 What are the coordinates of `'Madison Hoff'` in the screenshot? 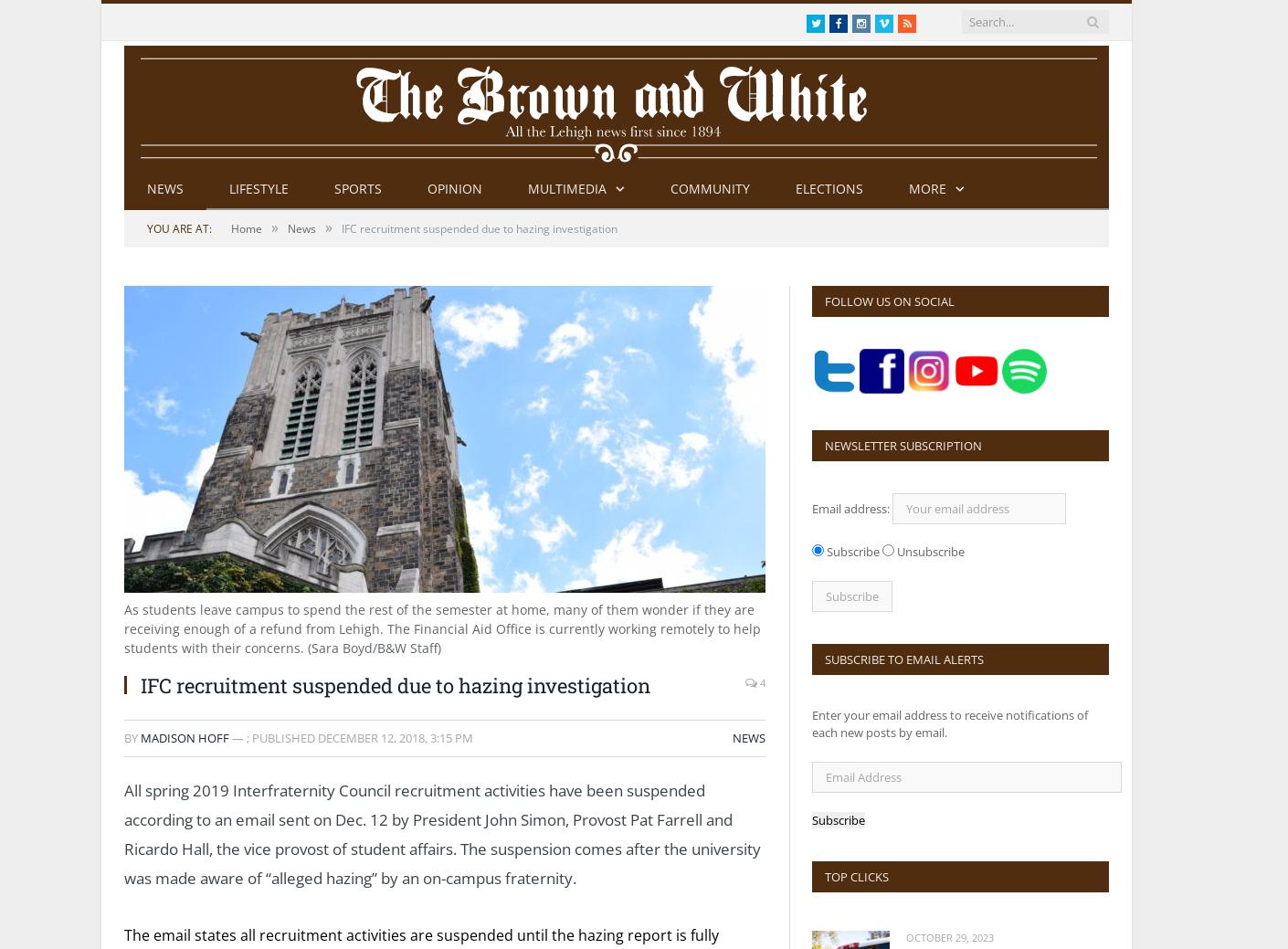 It's located at (184, 735).